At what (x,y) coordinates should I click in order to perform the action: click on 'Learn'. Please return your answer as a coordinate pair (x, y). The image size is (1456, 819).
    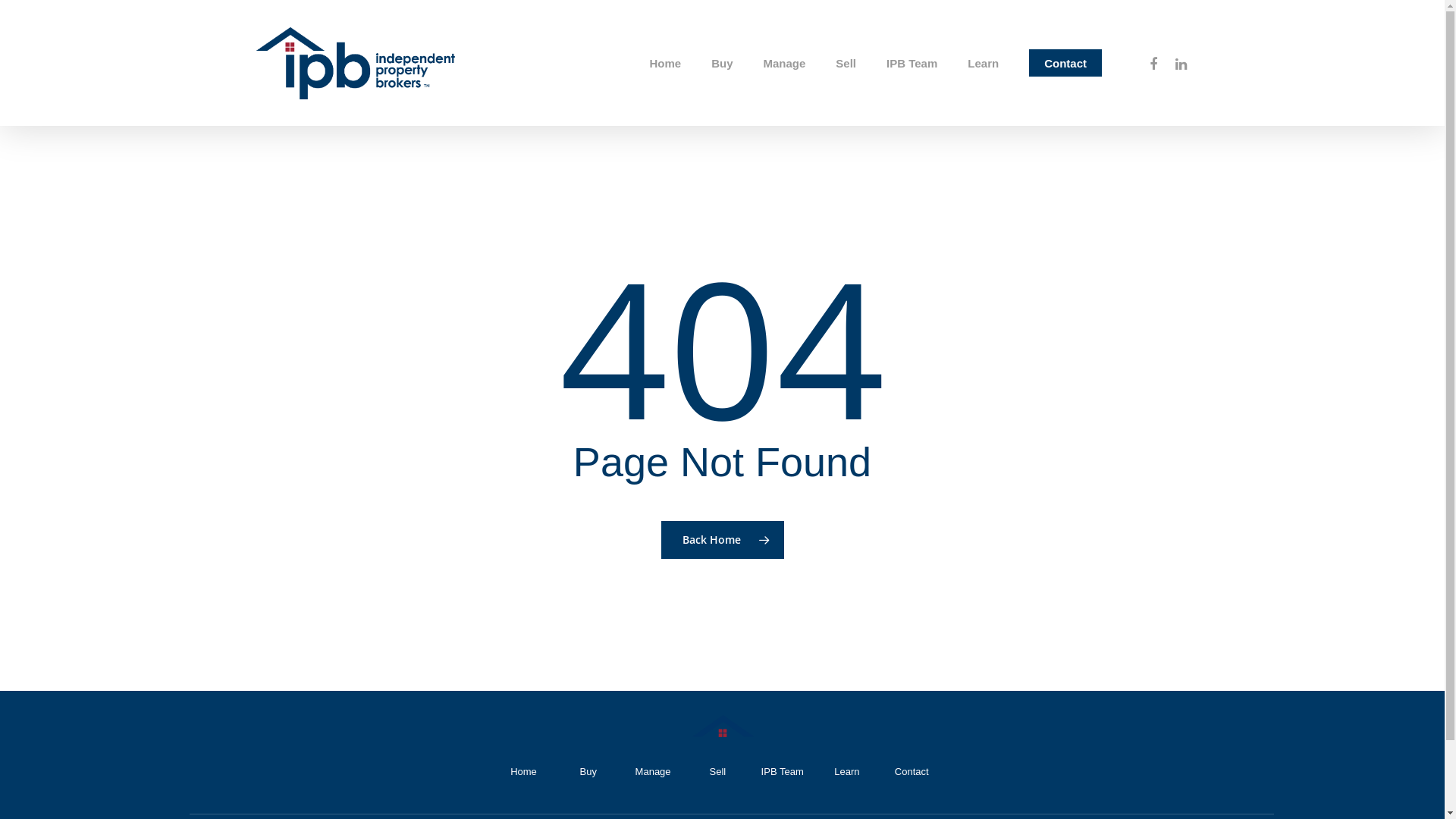
    Looking at the image, I should click on (846, 771).